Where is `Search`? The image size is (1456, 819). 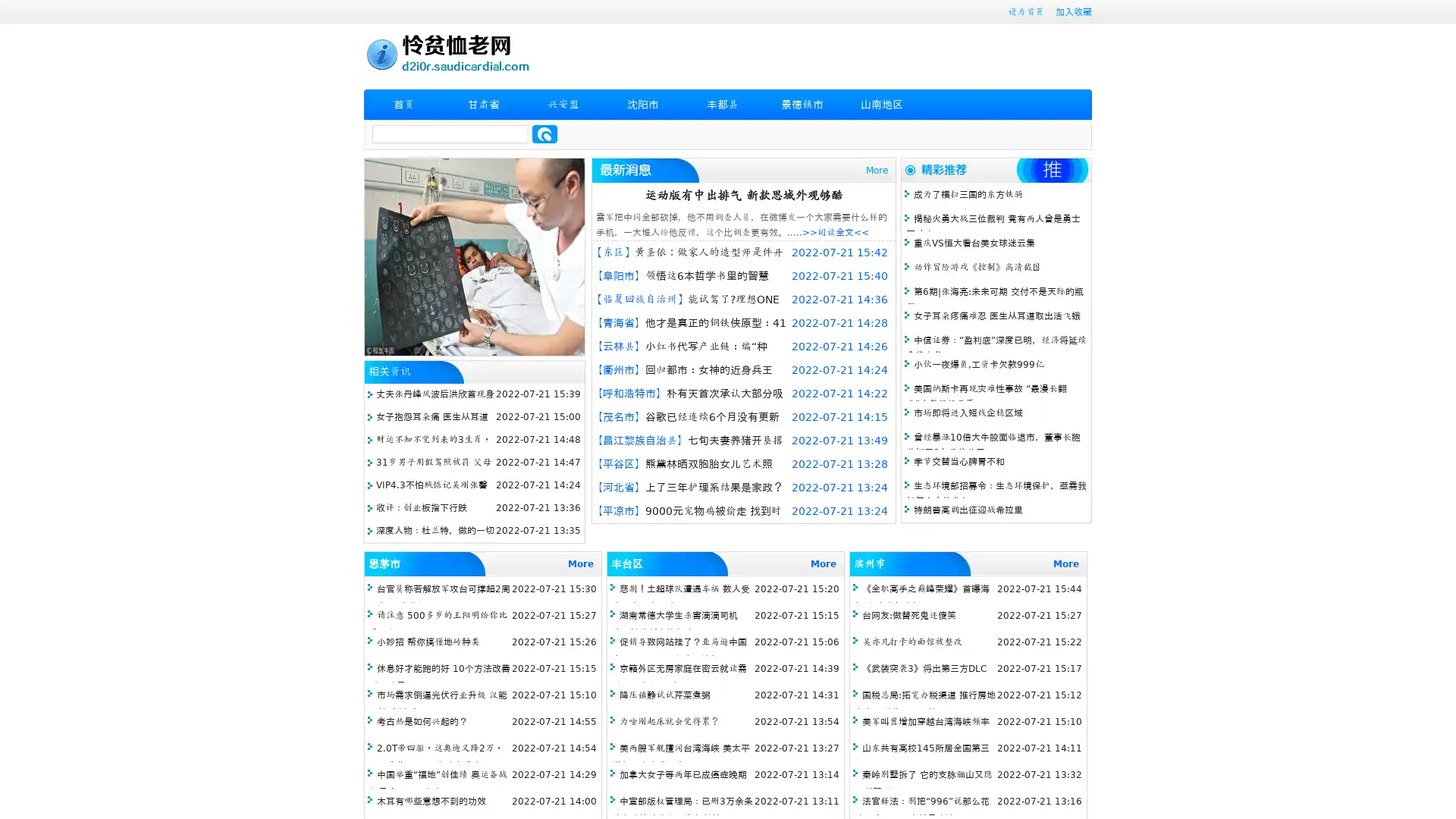 Search is located at coordinates (544, 133).